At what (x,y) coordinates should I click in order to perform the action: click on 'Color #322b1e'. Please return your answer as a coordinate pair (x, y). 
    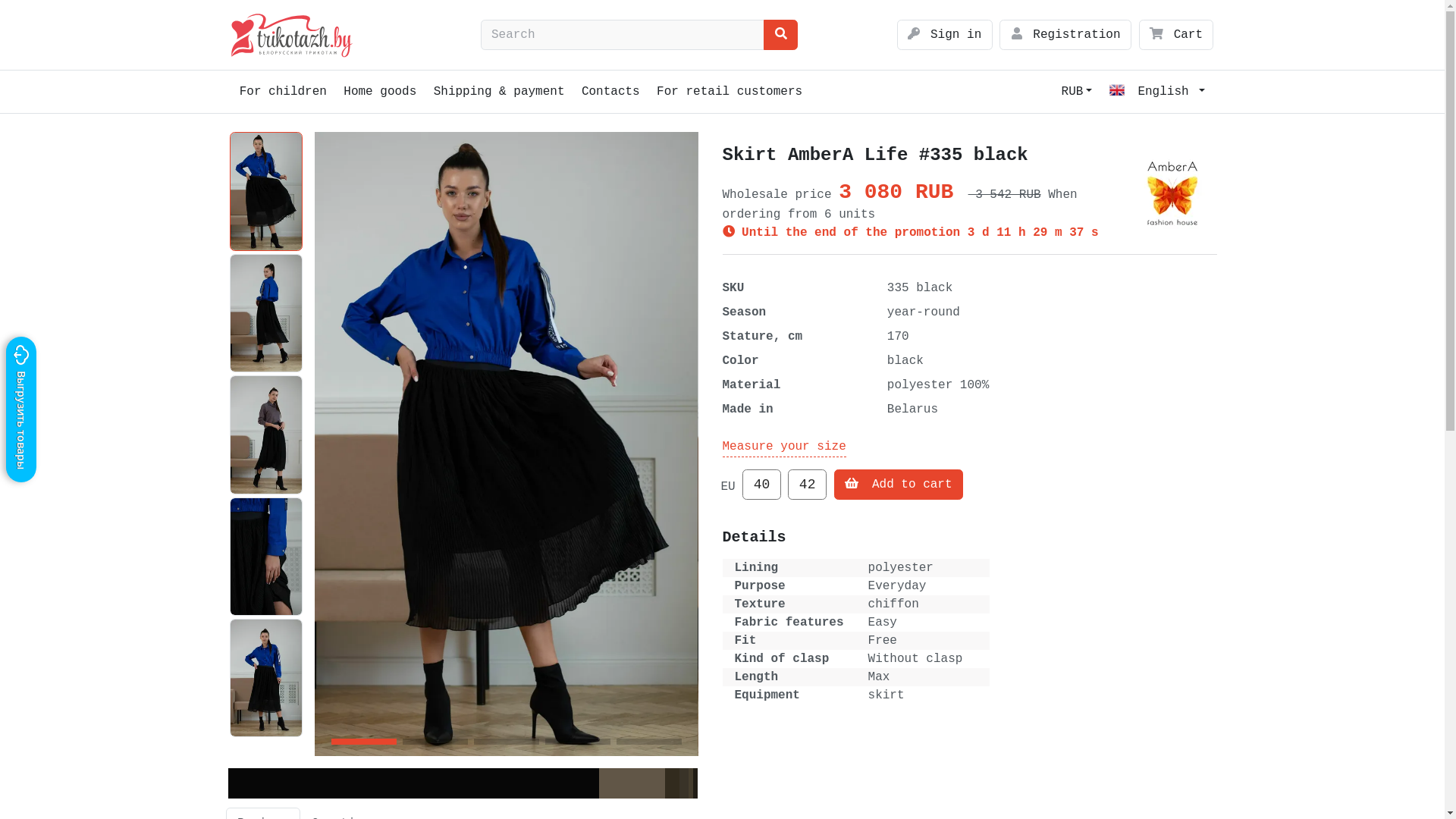
    Looking at the image, I should click on (671, 783).